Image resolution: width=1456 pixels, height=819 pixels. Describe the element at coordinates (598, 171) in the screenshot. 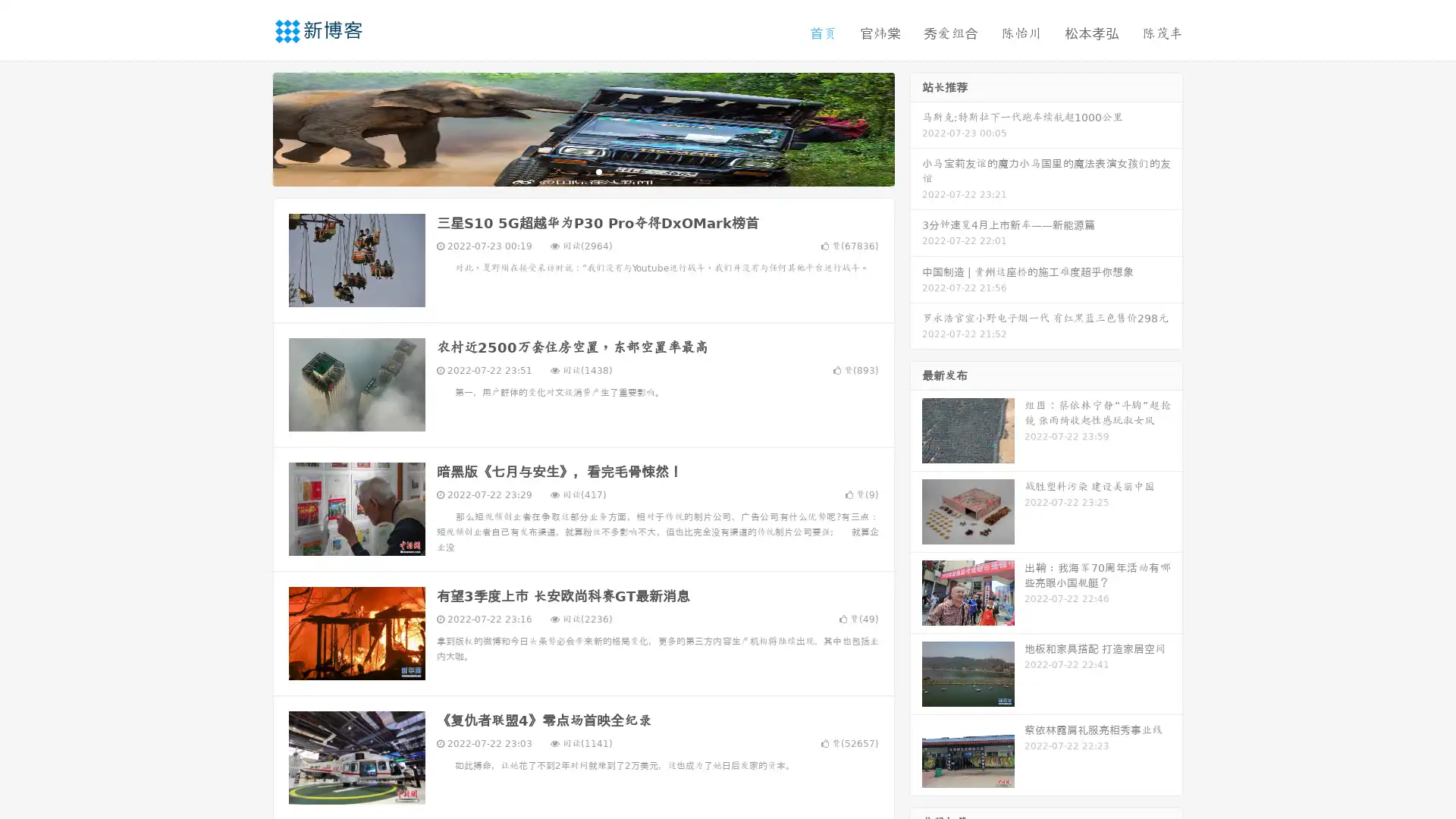

I see `Go to slide 3` at that location.